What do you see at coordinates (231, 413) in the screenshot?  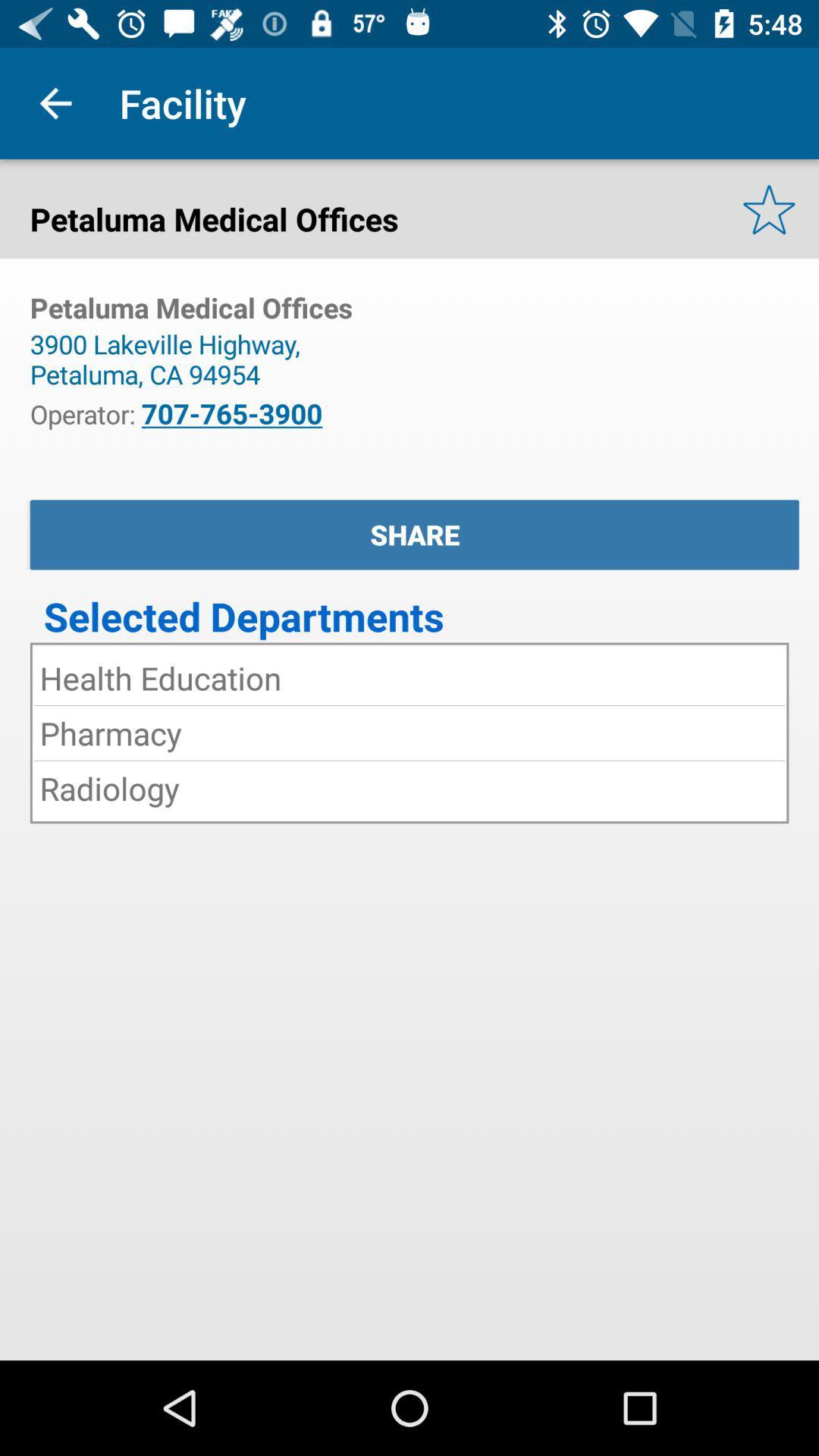 I see `the app below 3900 lakeville highway item` at bounding box center [231, 413].